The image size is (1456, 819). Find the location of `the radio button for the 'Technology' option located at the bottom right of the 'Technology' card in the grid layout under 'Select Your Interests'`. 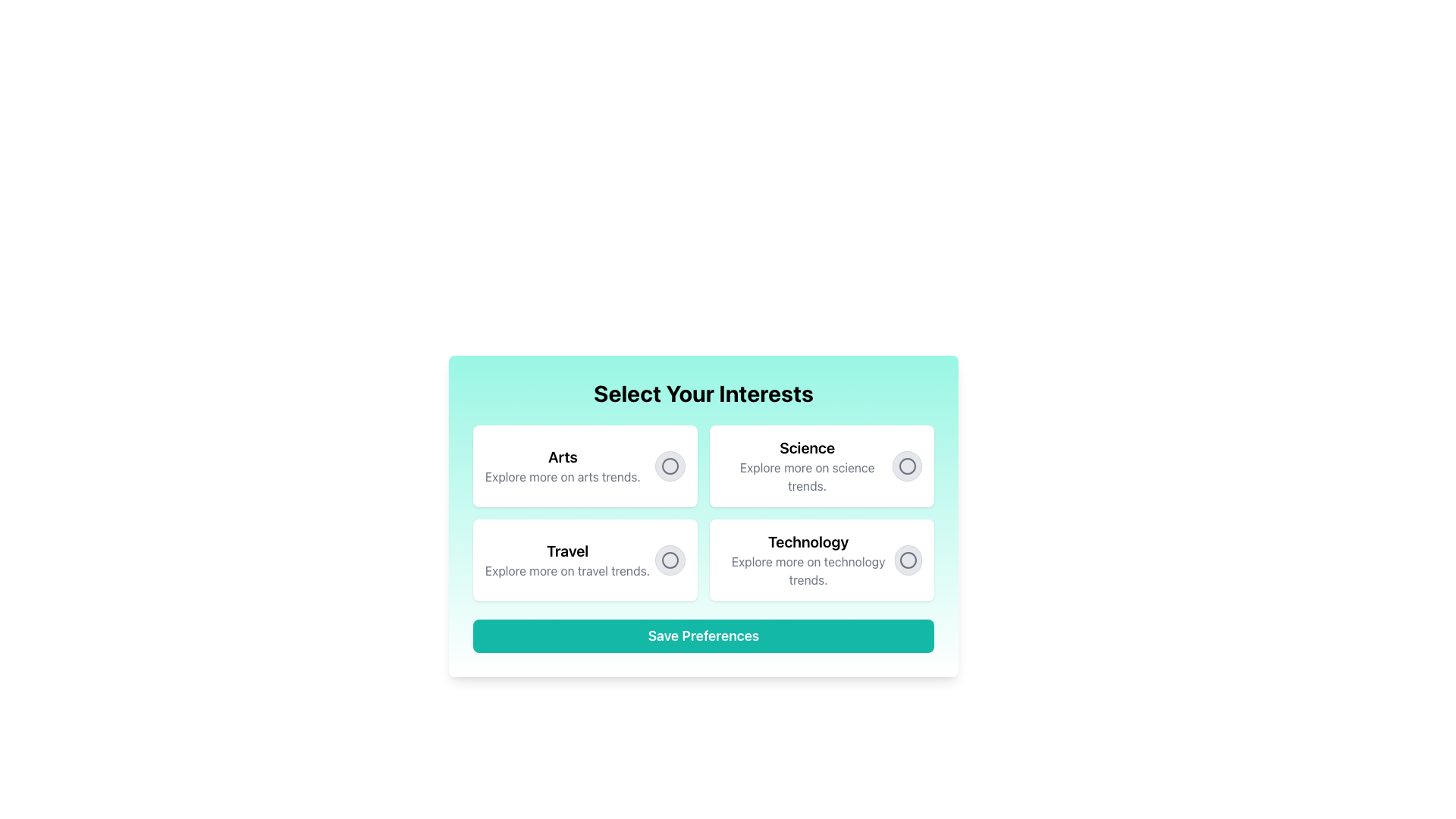

the radio button for the 'Technology' option located at the bottom right of the 'Technology' card in the grid layout under 'Select Your Interests' is located at coordinates (908, 560).